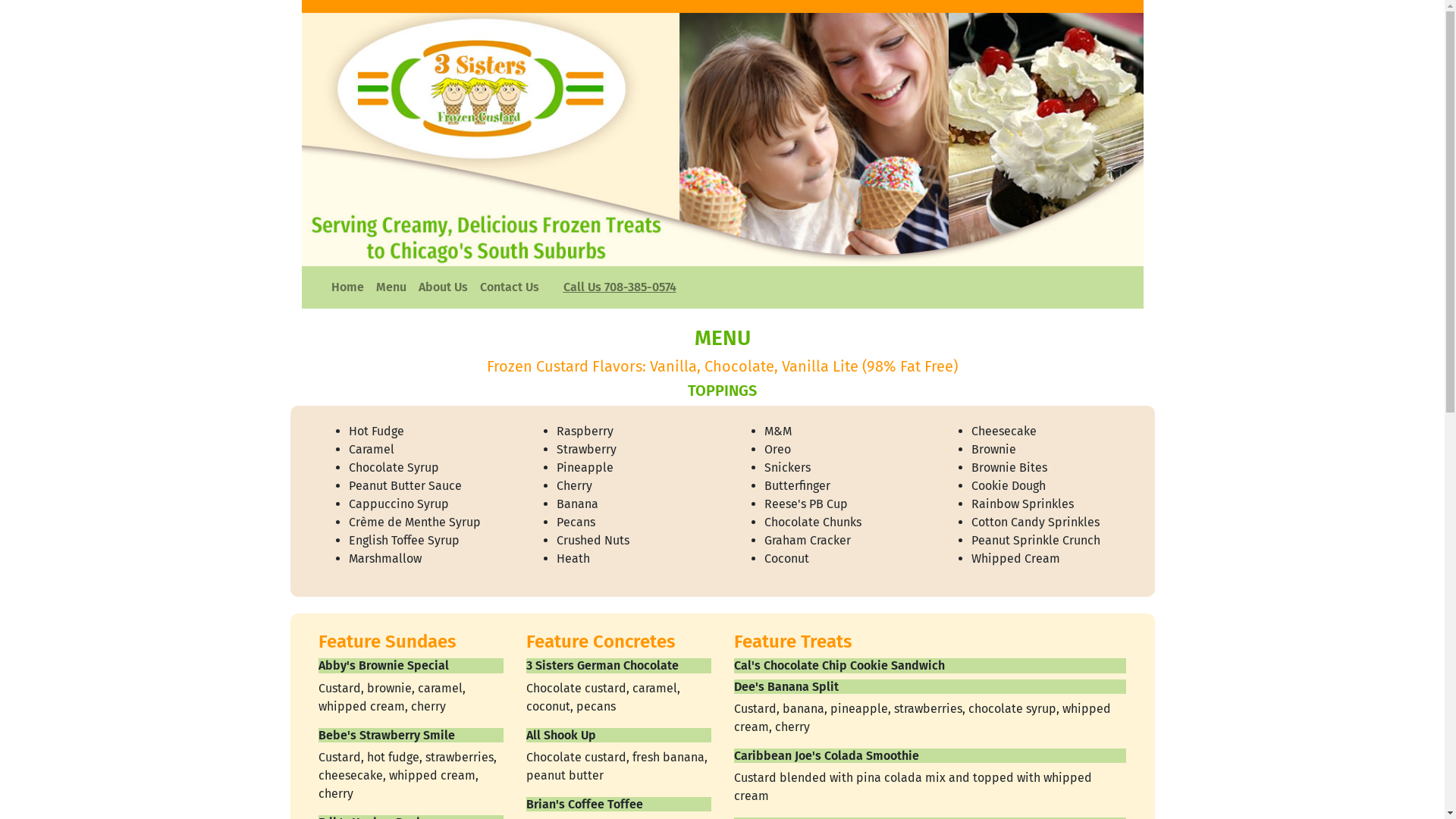  What do you see at coordinates (619, 287) in the screenshot?
I see `'Call Us 708-385-0574'` at bounding box center [619, 287].